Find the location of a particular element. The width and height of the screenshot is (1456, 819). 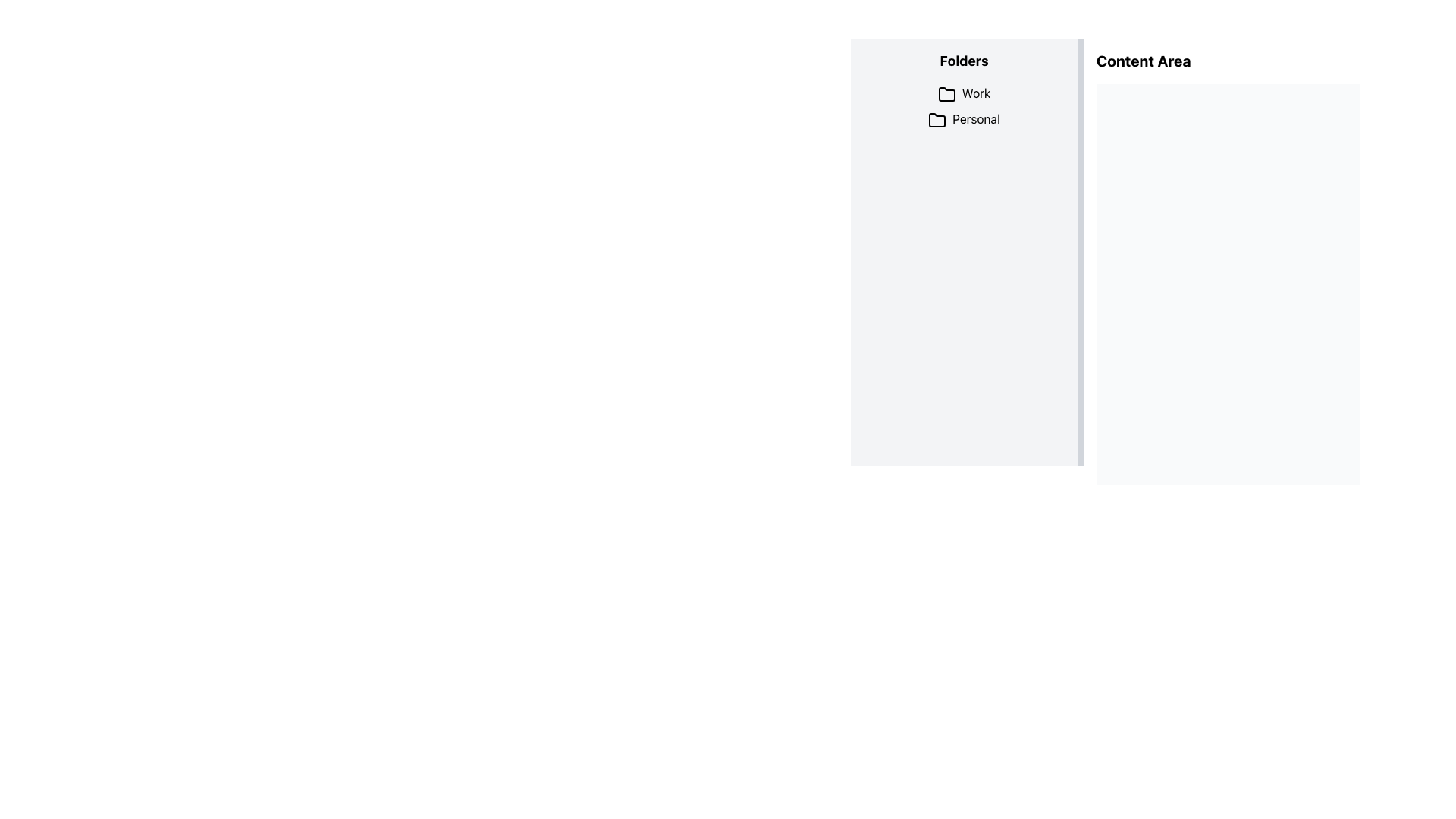

the folder icon representing 'Personal', which is the second folder icon under the 'Folders' heading is located at coordinates (937, 119).